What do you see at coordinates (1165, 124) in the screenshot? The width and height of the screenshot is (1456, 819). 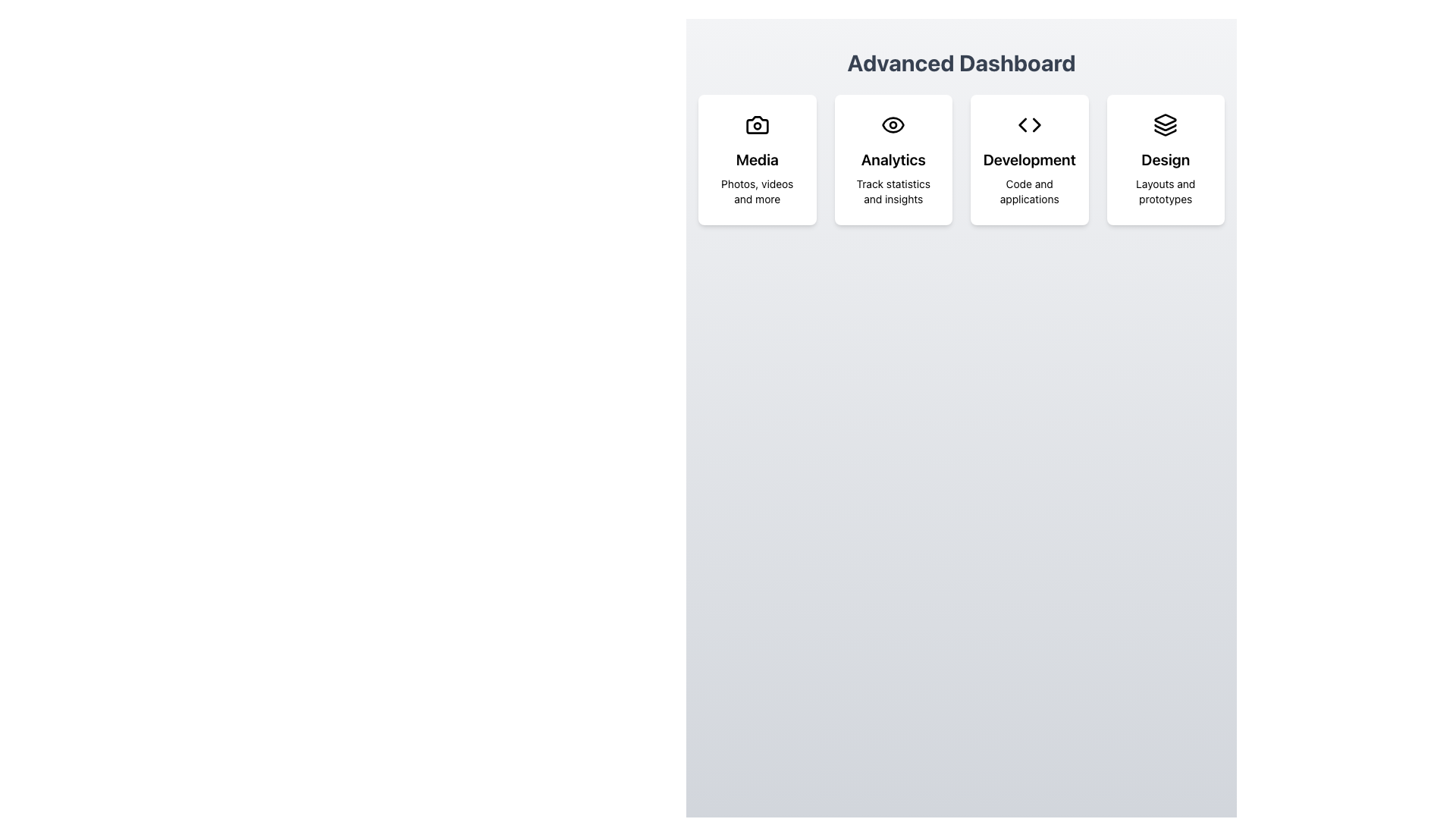 I see `the layers icon (SVG) located in the top section of the rightmost 'Design' card on the main dashboard` at bounding box center [1165, 124].